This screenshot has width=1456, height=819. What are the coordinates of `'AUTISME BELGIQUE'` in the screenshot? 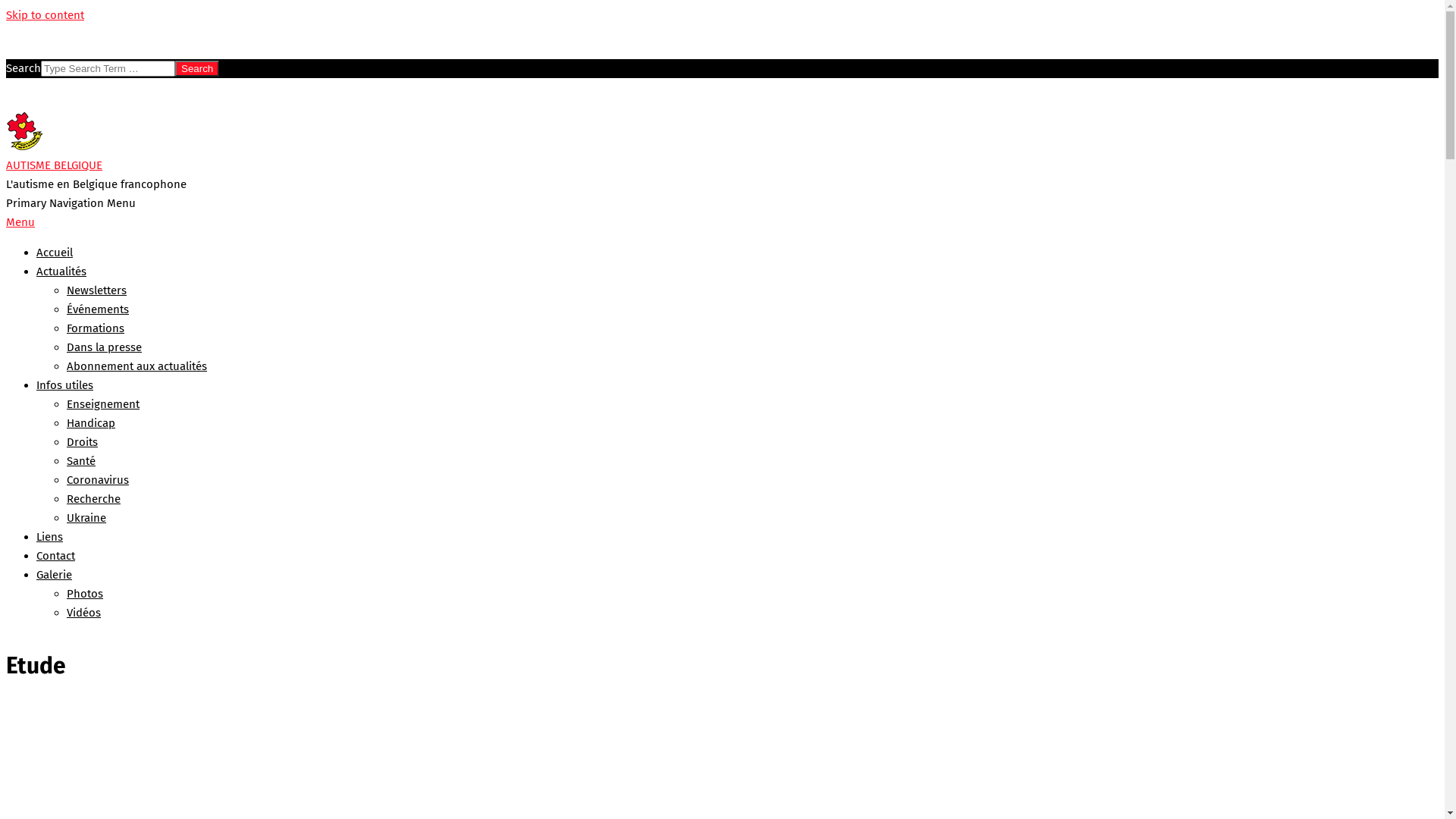 It's located at (54, 165).